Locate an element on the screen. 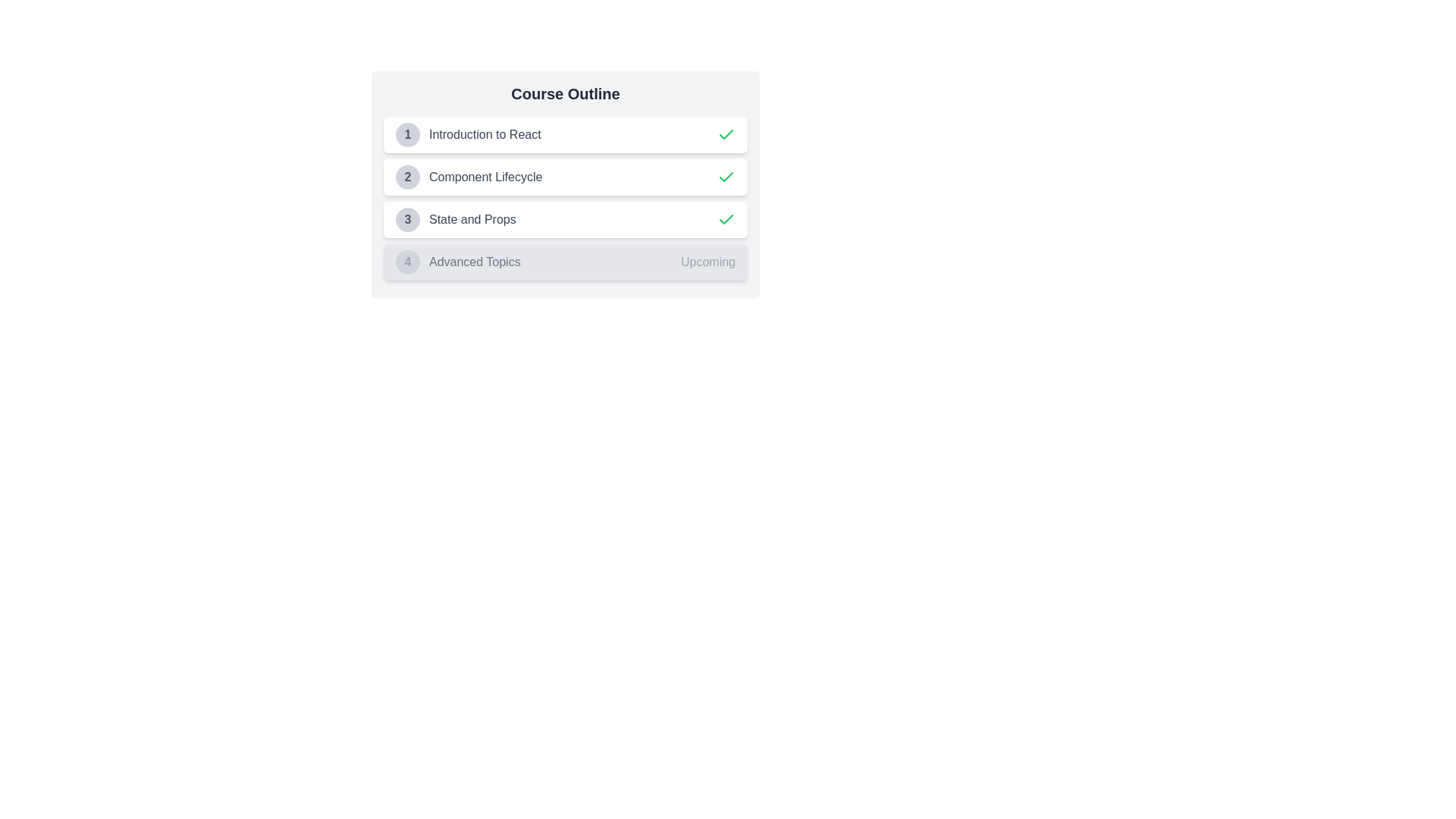 The width and height of the screenshot is (1456, 819). the first list item in the 'Course Outline' section to highlight it is located at coordinates (467, 133).